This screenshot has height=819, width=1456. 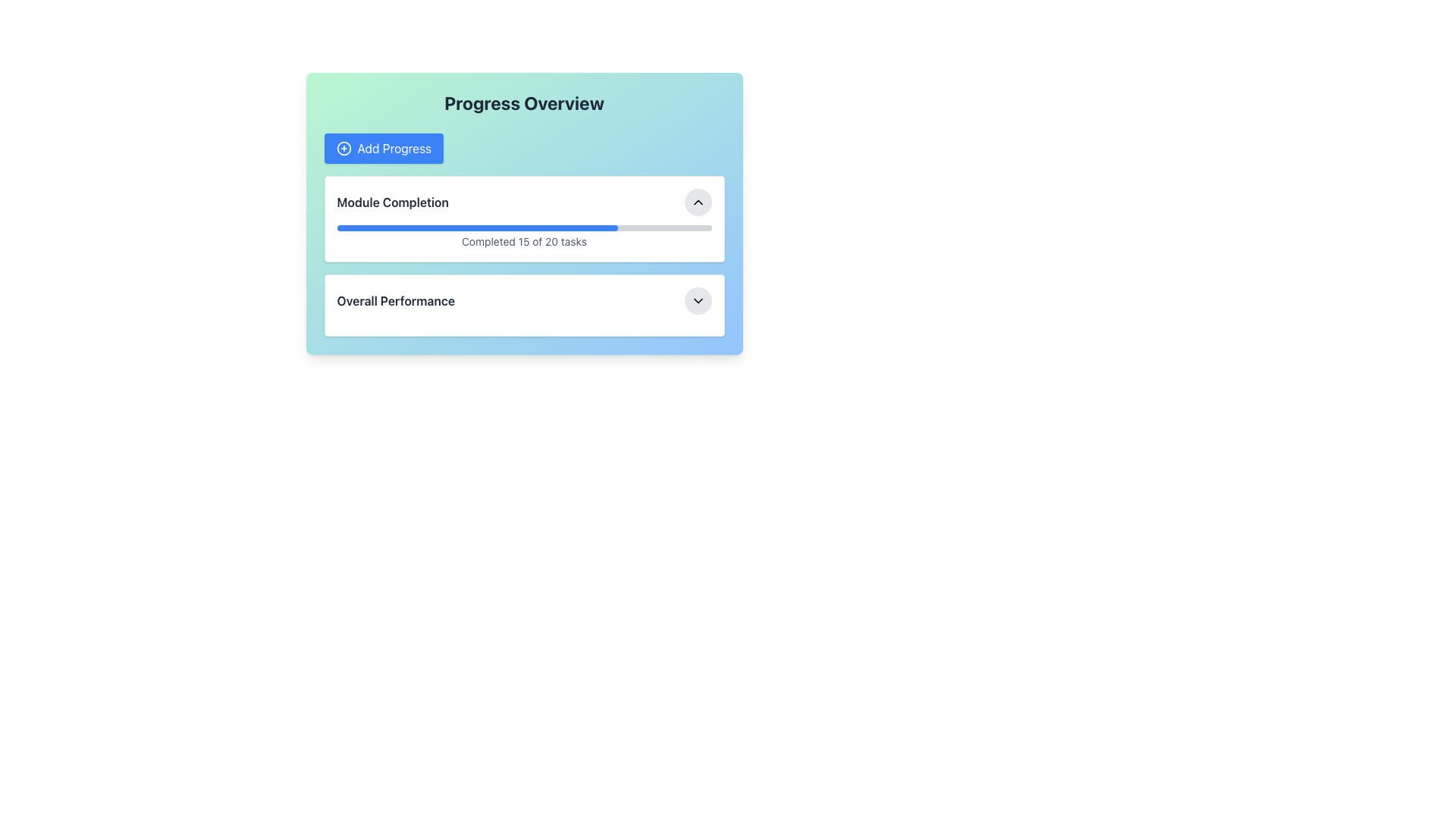 What do you see at coordinates (697, 301) in the screenshot?
I see `the downward chevron icon inside the rounded rectangular button on the right end of the 'Overall Performance' section bar` at bounding box center [697, 301].